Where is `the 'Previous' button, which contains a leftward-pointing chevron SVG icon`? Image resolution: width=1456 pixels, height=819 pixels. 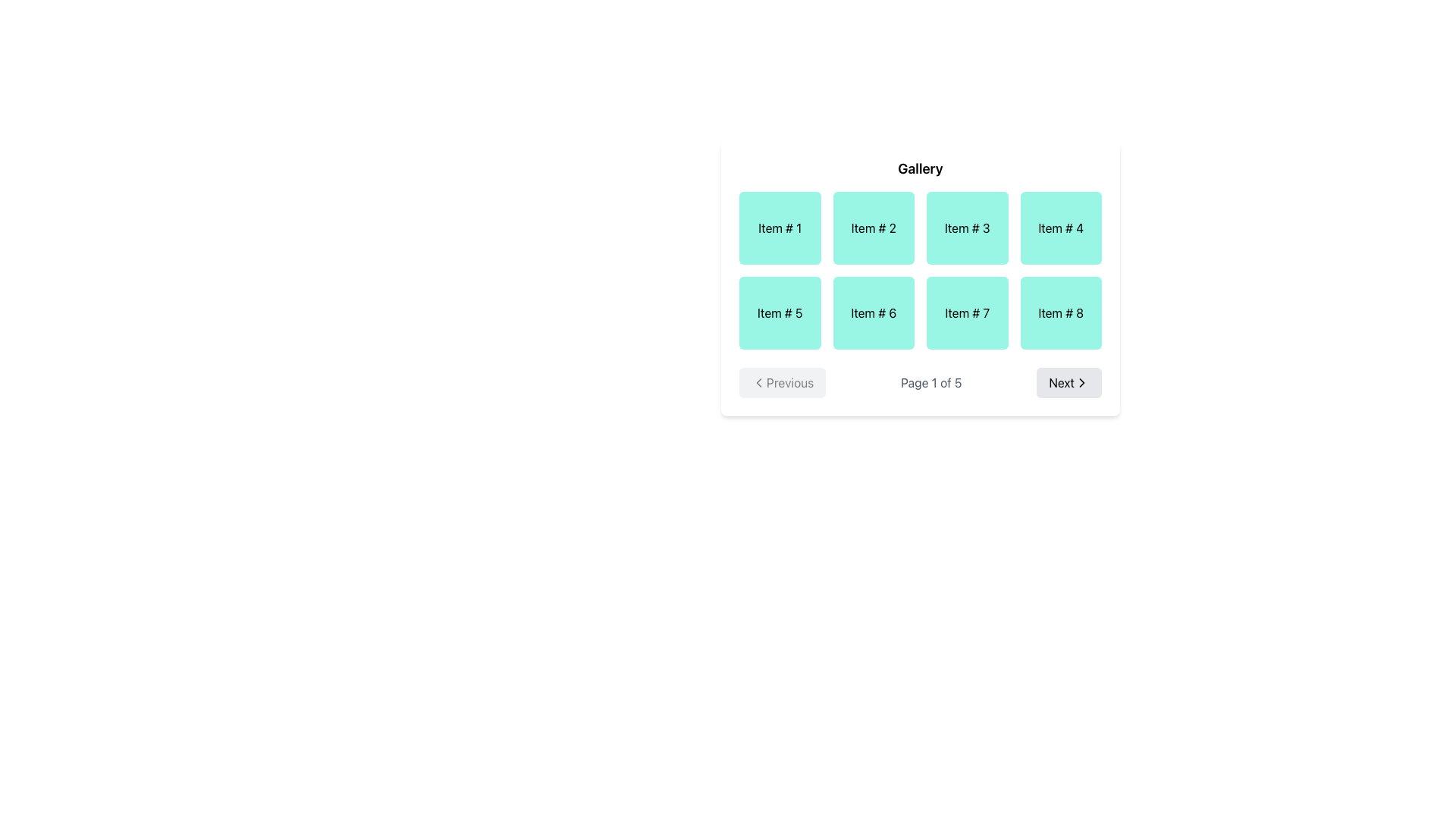
the 'Previous' button, which contains a leftward-pointing chevron SVG icon is located at coordinates (759, 382).